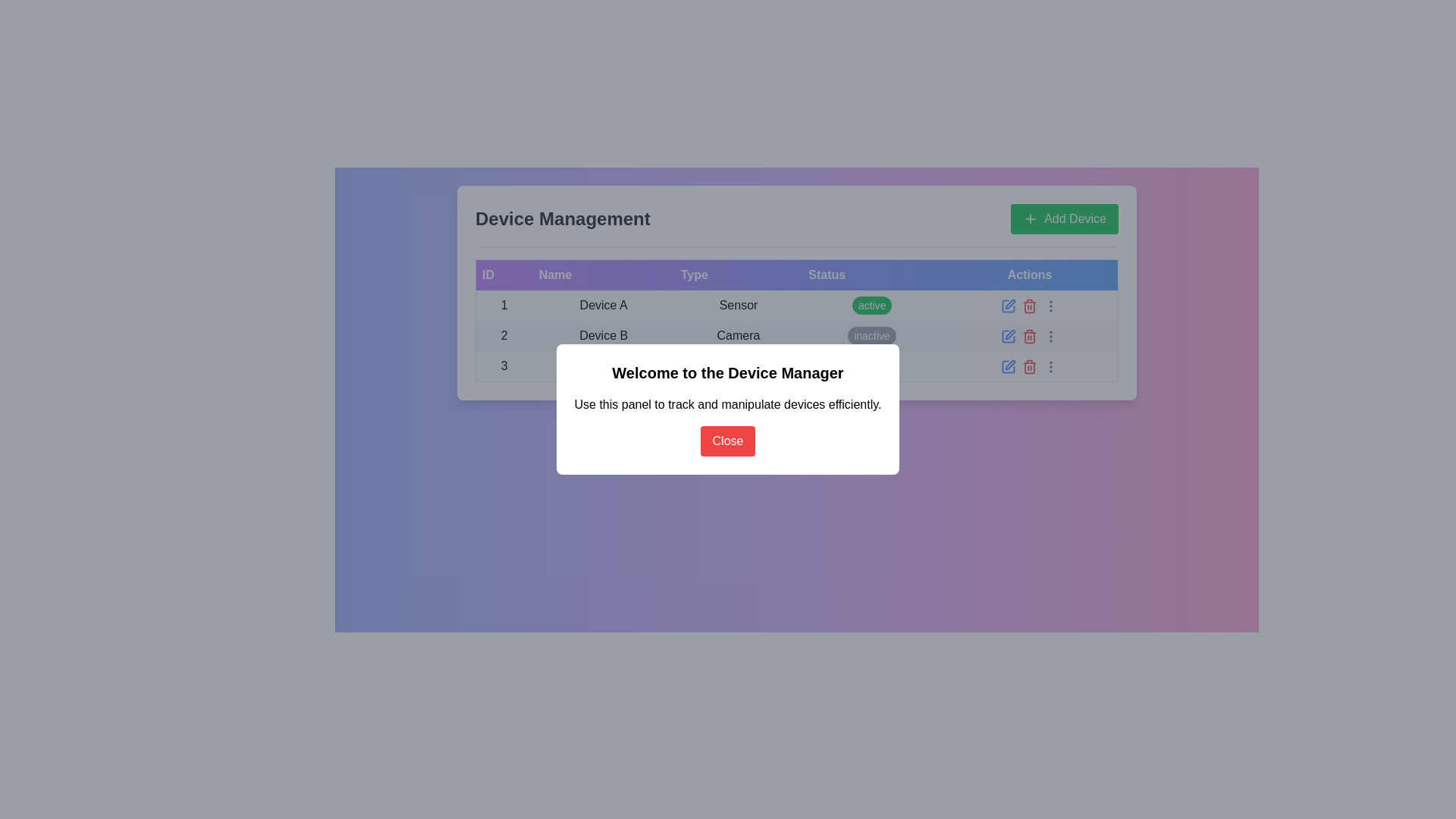  Describe the element at coordinates (796, 335) in the screenshot. I see `the second row of the table displaying information about 'Device B'` at that location.